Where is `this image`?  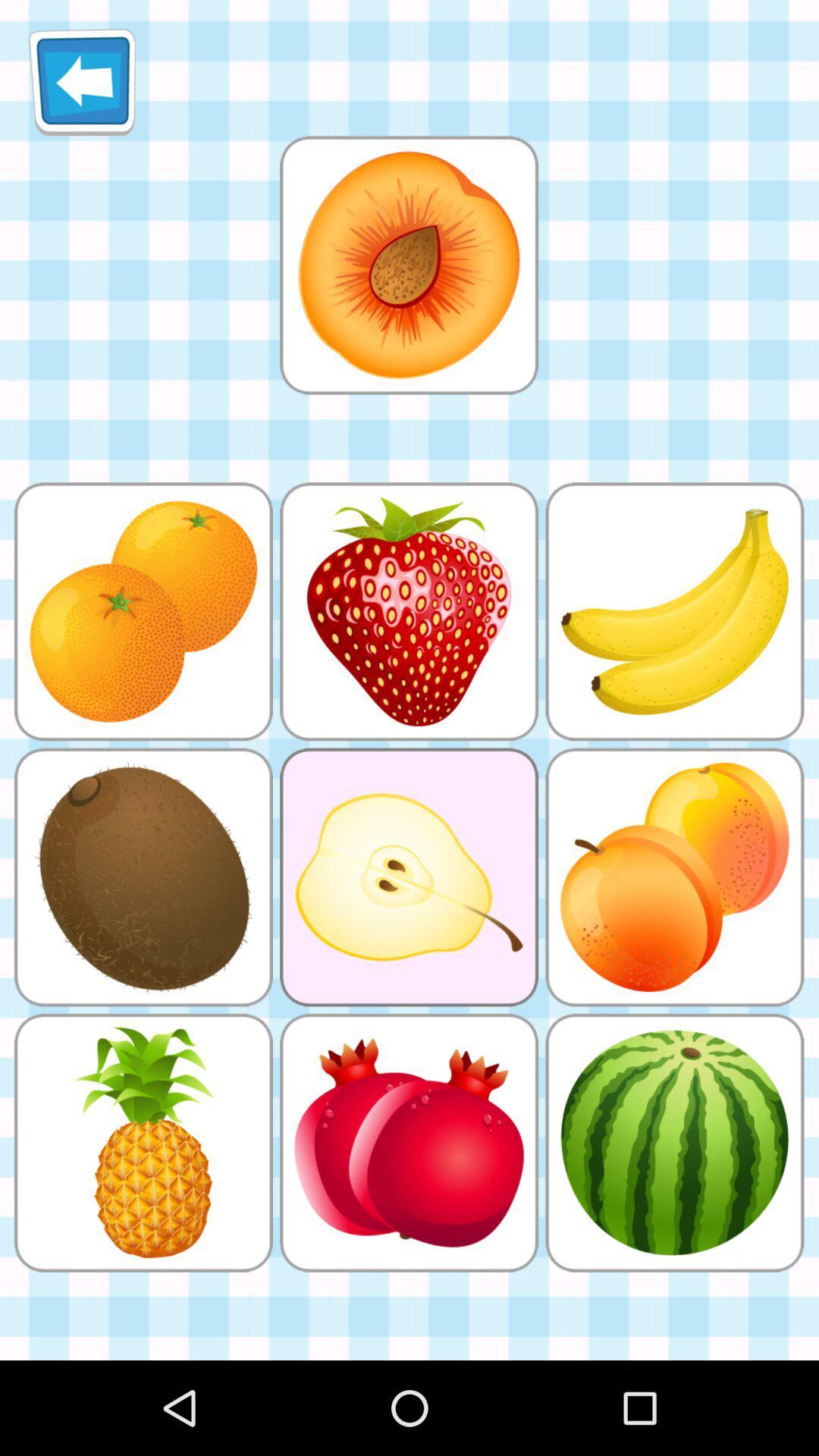
this image is located at coordinates (408, 265).